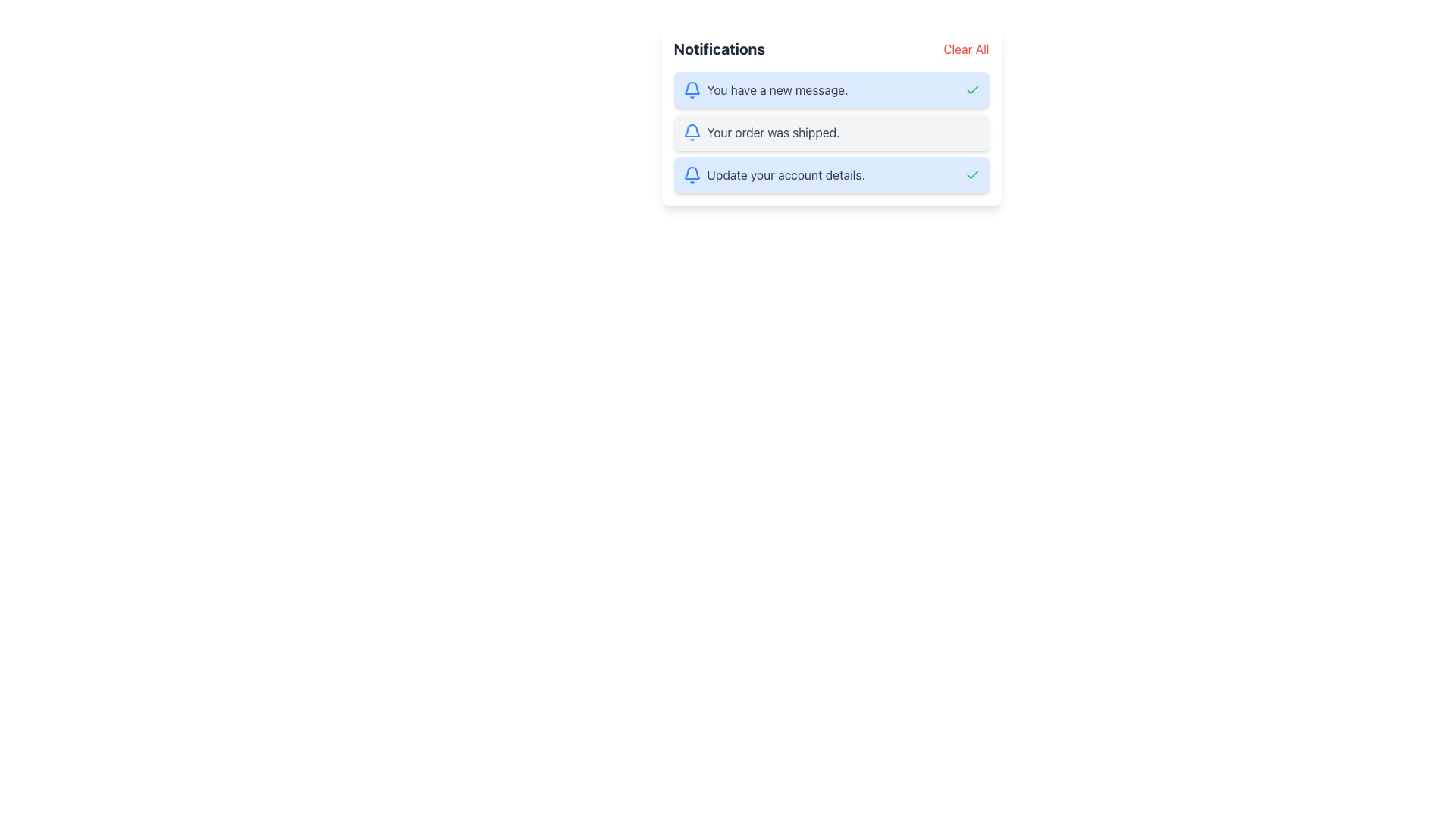  What do you see at coordinates (965, 49) in the screenshot?
I see `the 'Clear All' button, which is styled with a red font color and changes to a darker red on hover, located to the far right of the 'Notifications' header` at bounding box center [965, 49].